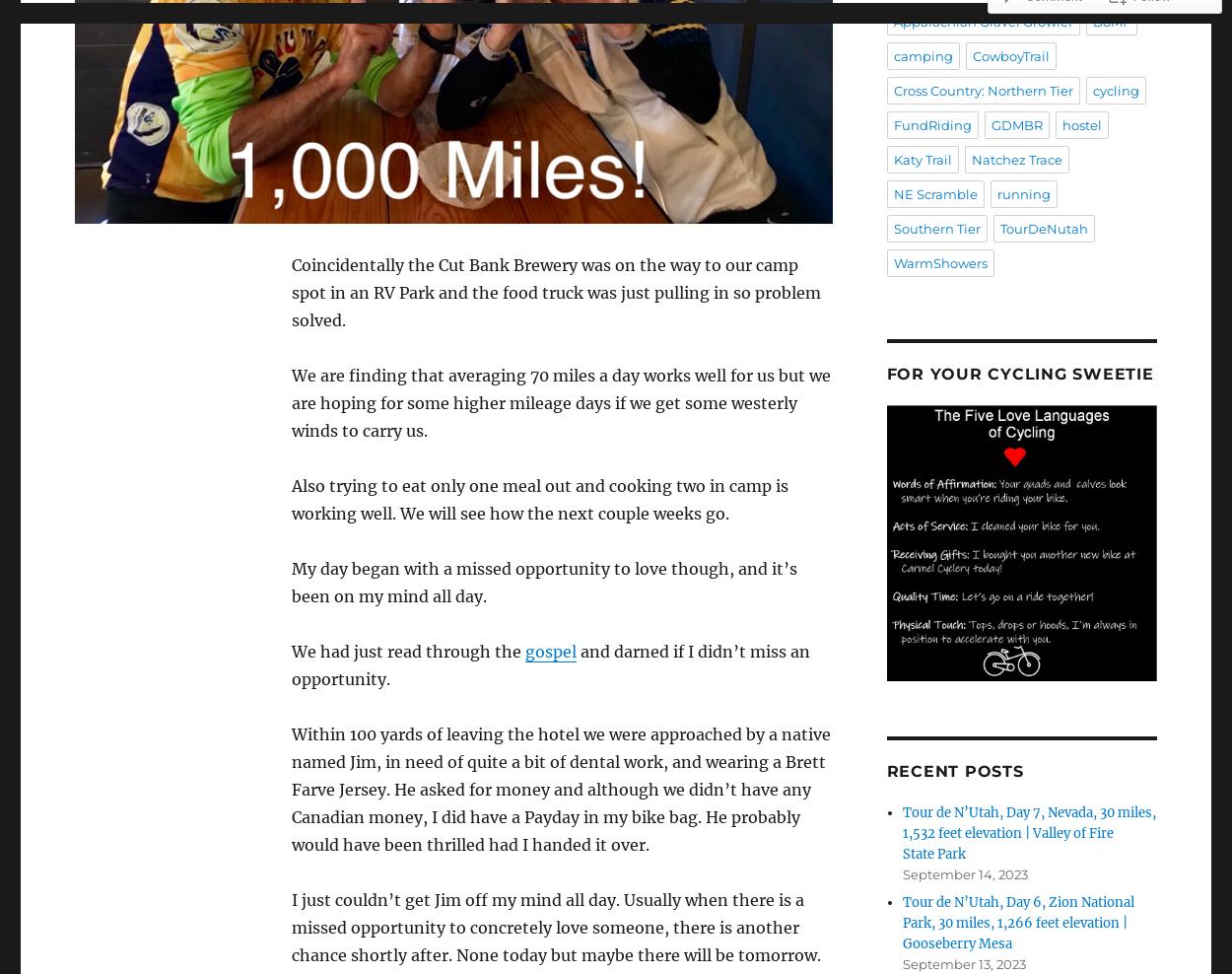 The width and height of the screenshot is (1232, 974). Describe the element at coordinates (554, 291) in the screenshot. I see `'Coincidentally the Cut Bank Brewery was on the way to our camp spot in an RV Park and the food truck was just pulling in so problem solved.'` at that location.